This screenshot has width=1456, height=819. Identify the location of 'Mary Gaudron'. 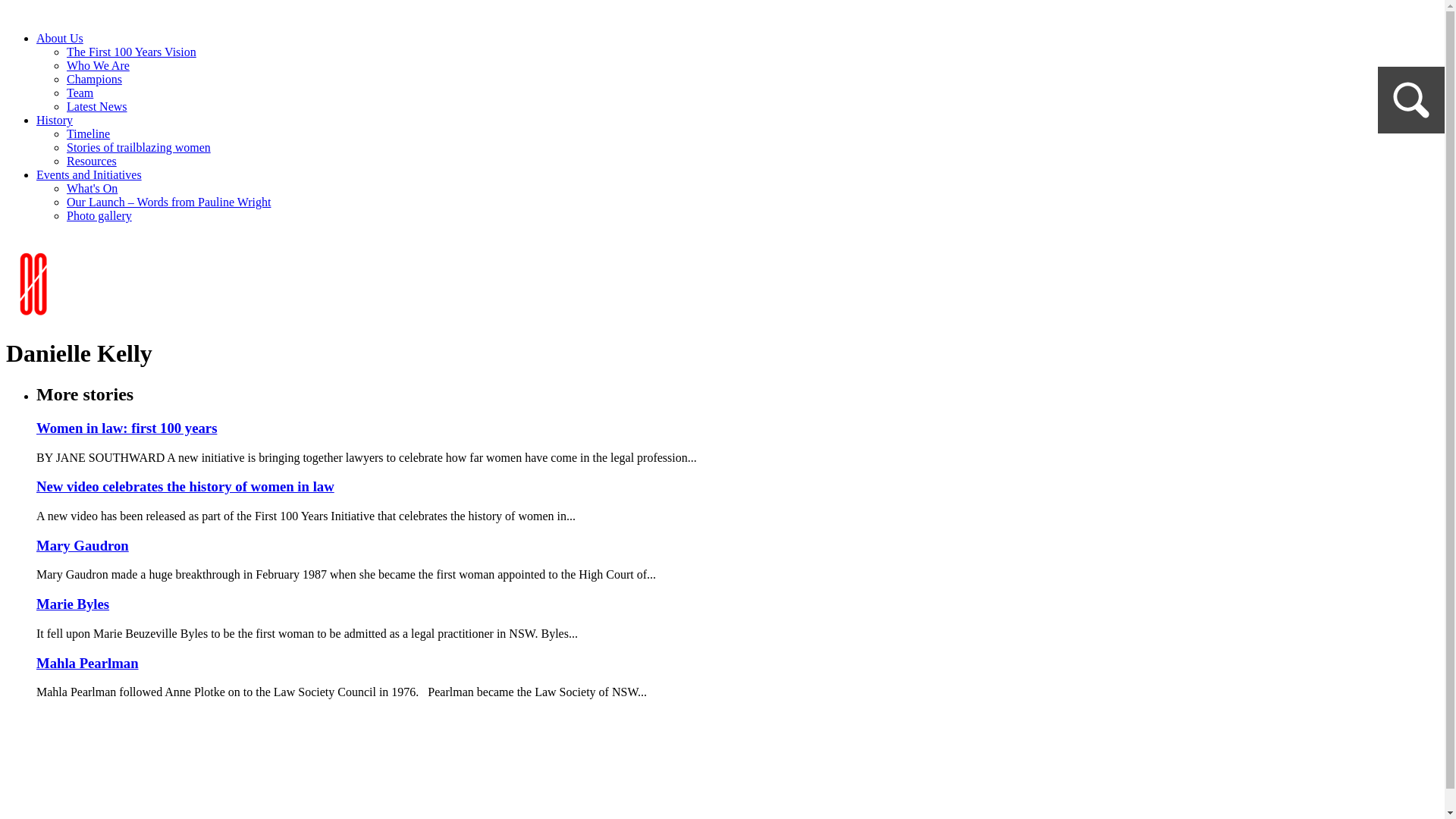
(82, 544).